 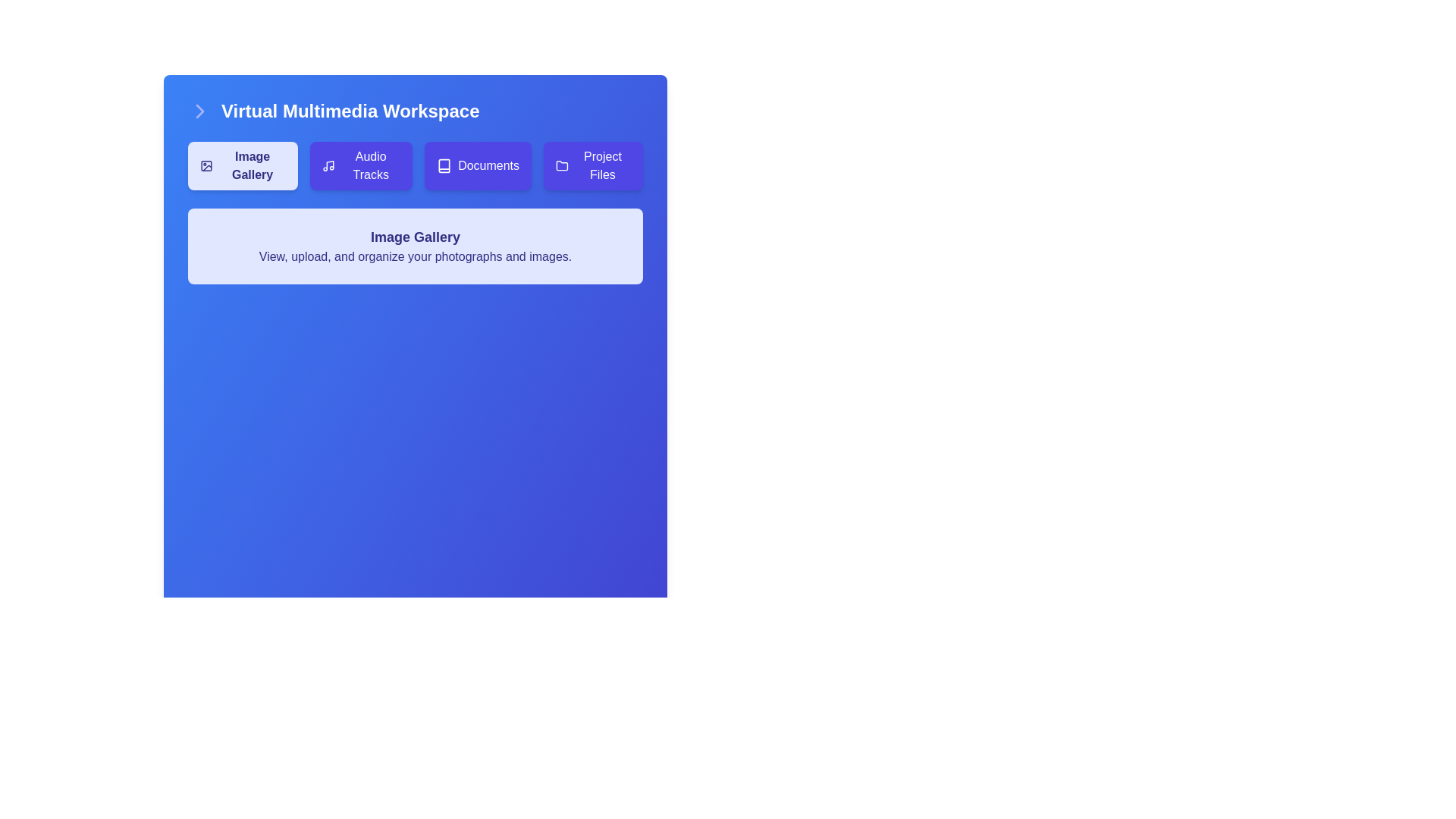 What do you see at coordinates (360, 166) in the screenshot?
I see `the button located between 'Image Gallery' and 'Documents'` at bounding box center [360, 166].